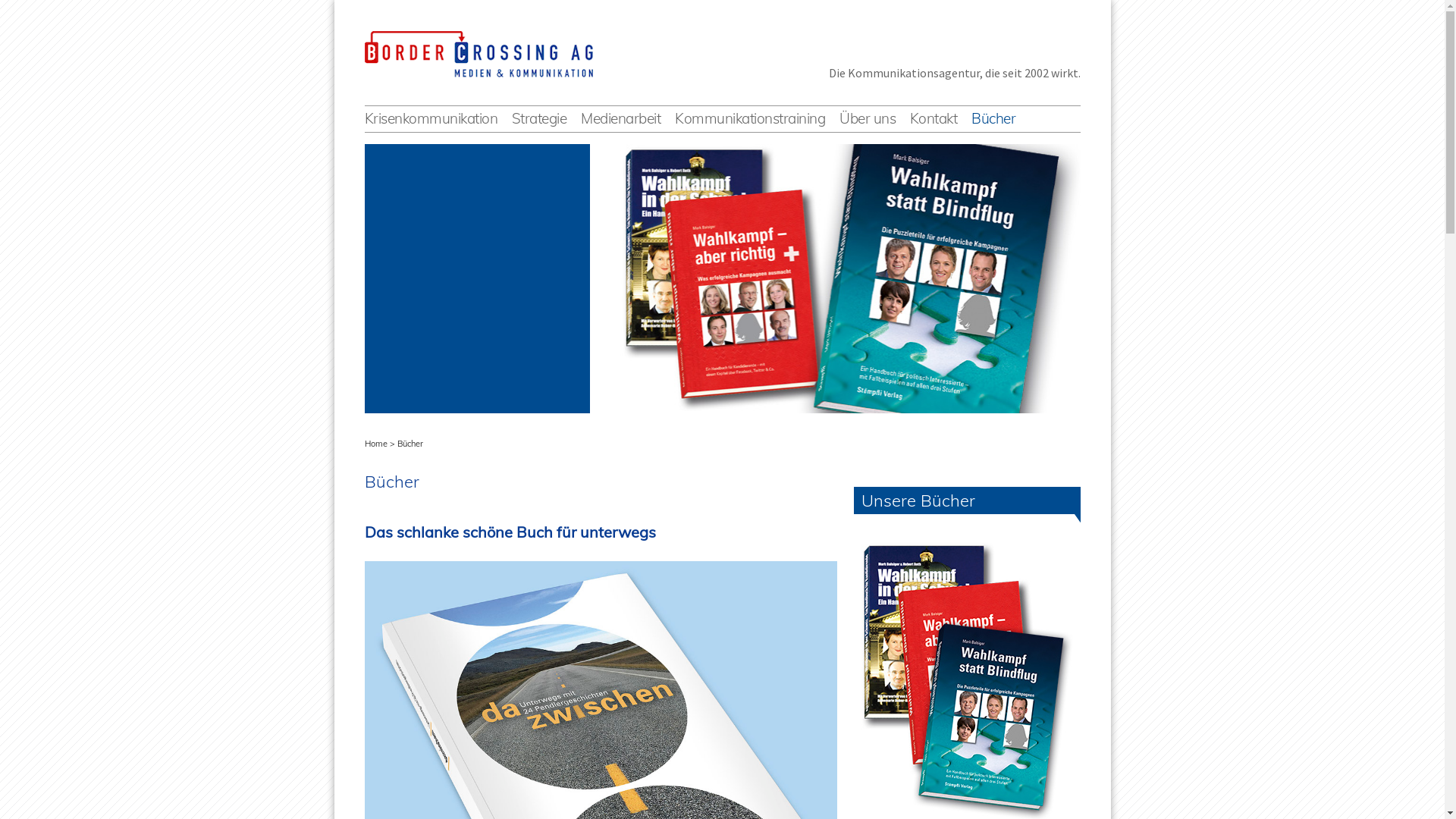  What do you see at coordinates (375, 444) in the screenshot?
I see `'Home'` at bounding box center [375, 444].